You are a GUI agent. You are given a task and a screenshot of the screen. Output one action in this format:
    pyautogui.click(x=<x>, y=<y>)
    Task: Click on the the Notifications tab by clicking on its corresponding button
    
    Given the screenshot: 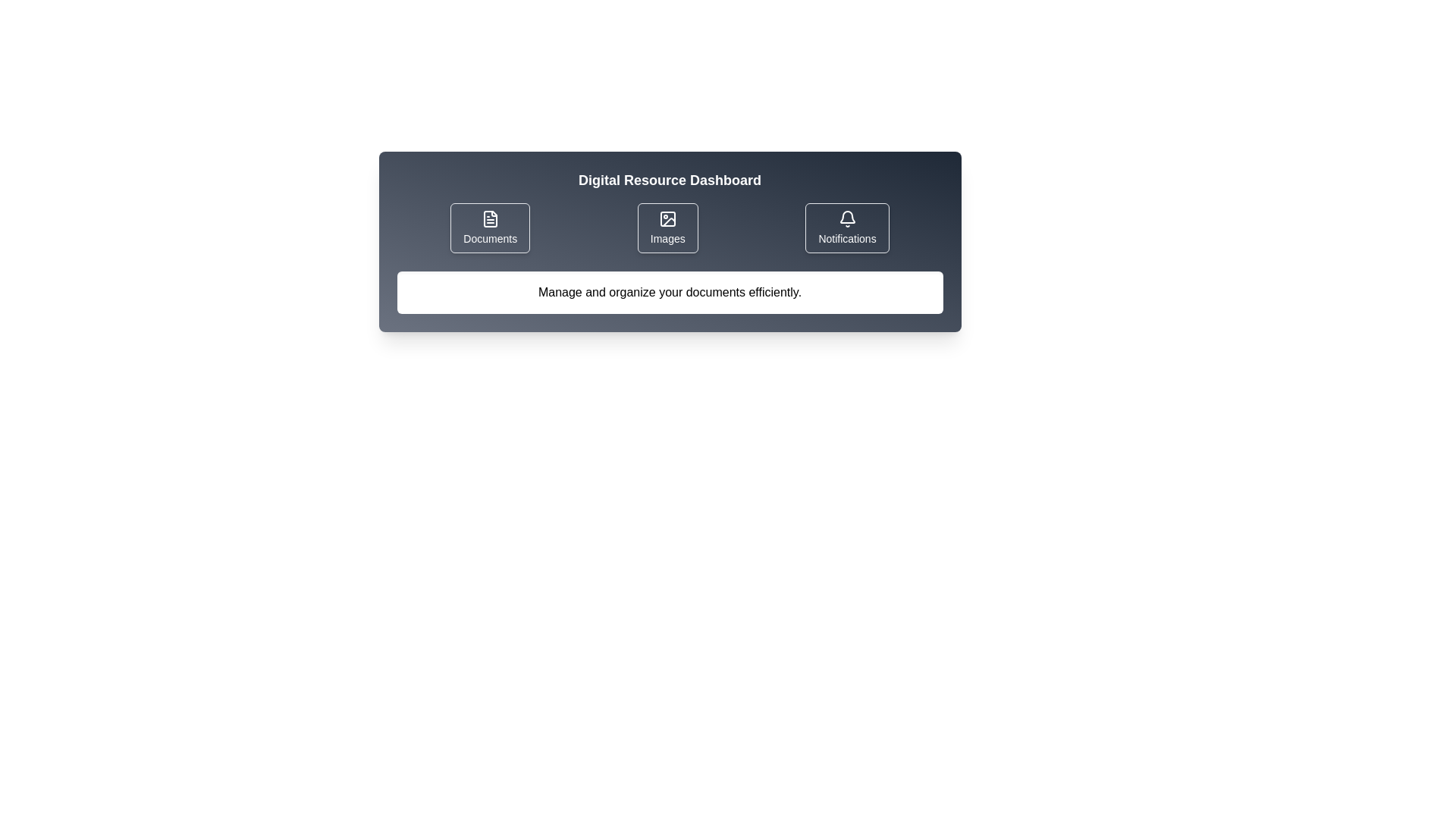 What is the action you would take?
    pyautogui.click(x=846, y=227)
    